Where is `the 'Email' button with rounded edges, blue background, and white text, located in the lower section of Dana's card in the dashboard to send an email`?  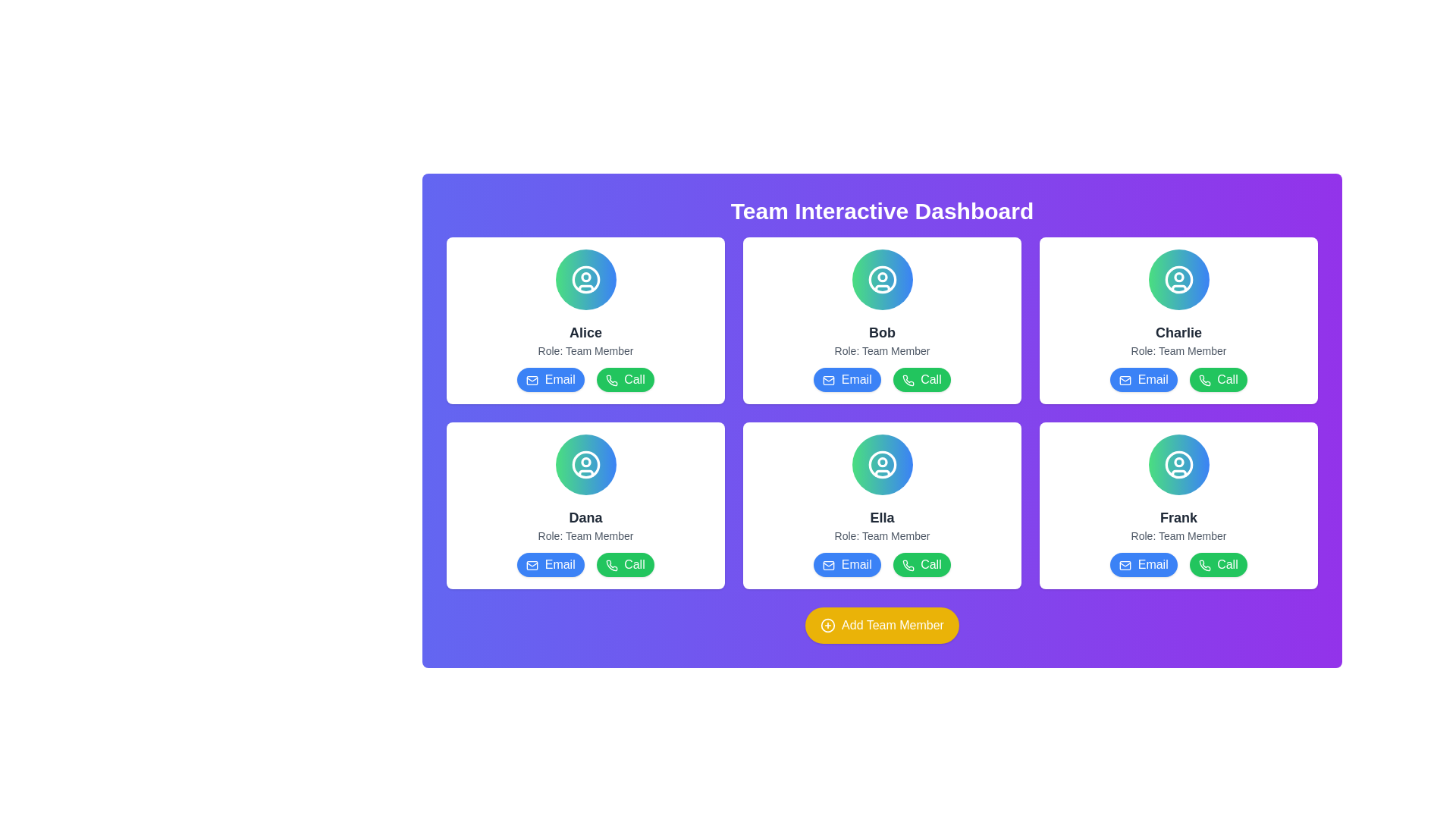
the 'Email' button with rounded edges, blue background, and white text, located in the lower section of Dana's card in the dashboard to send an email is located at coordinates (550, 564).